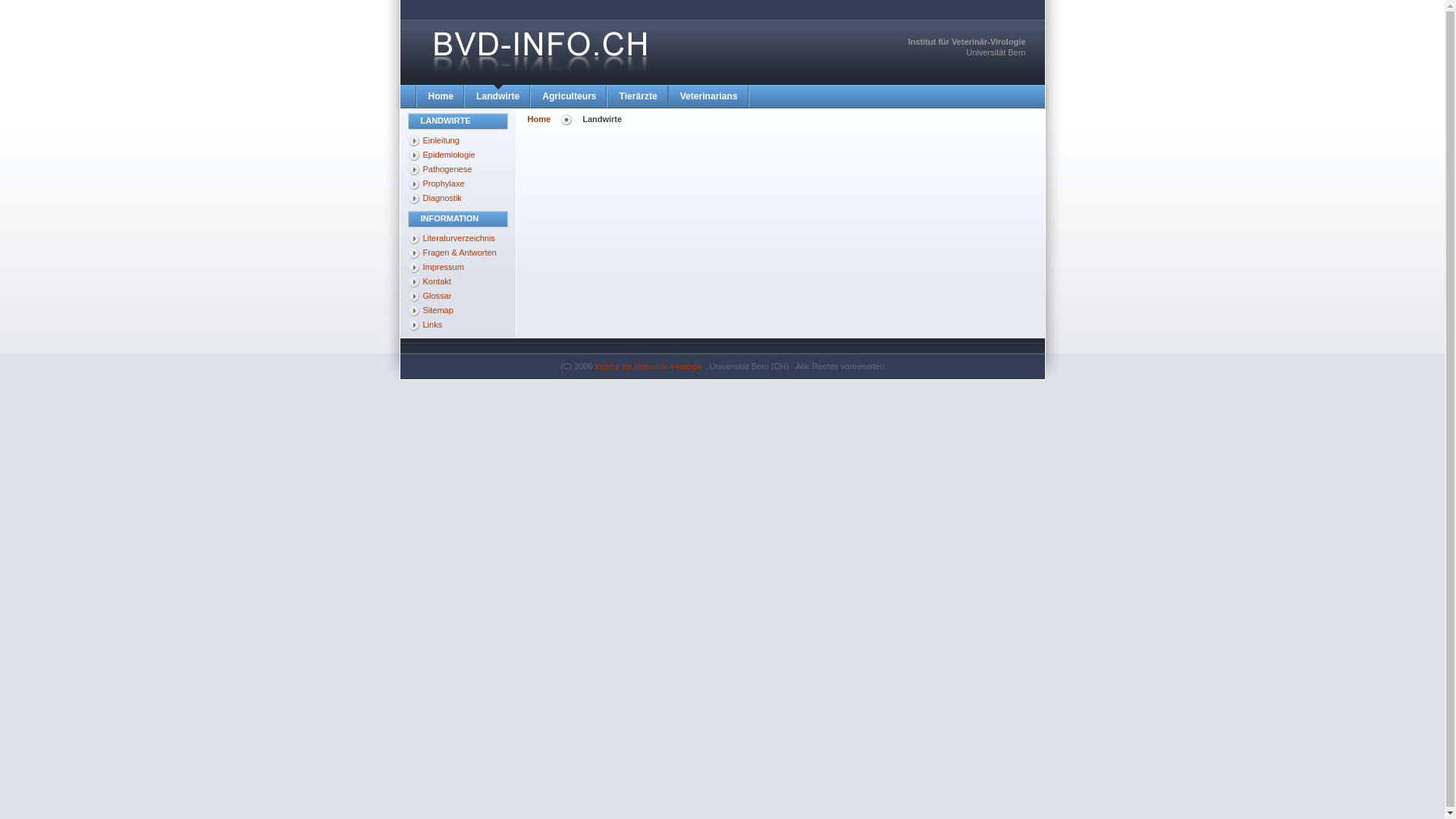 The image size is (1456, 819). Describe the element at coordinates (407, 295) in the screenshot. I see `'Glossar'` at that location.